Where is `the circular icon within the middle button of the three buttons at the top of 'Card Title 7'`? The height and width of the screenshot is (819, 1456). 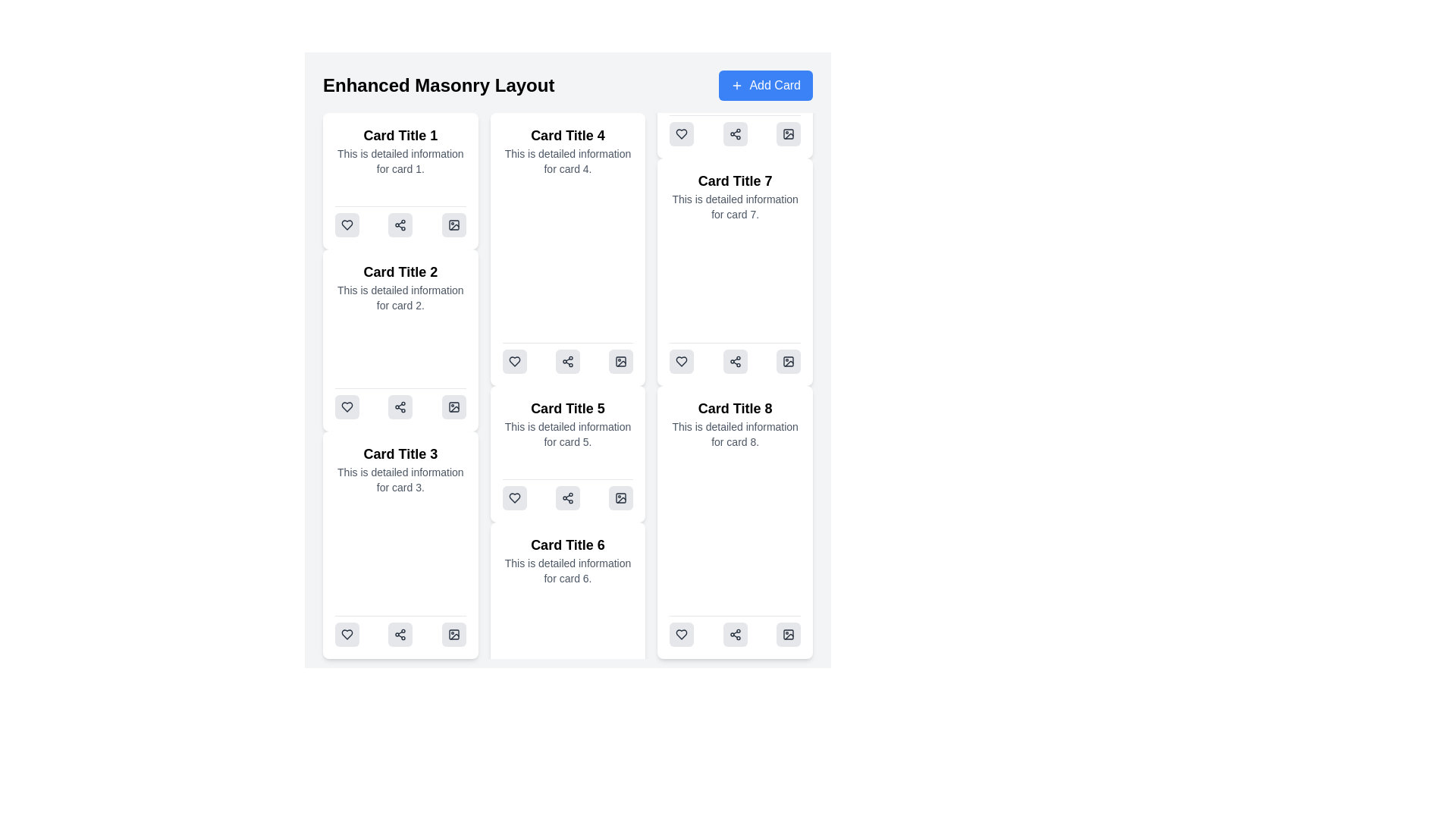
the circular icon within the middle button of the three buttons at the top of 'Card Title 7' is located at coordinates (735, 133).